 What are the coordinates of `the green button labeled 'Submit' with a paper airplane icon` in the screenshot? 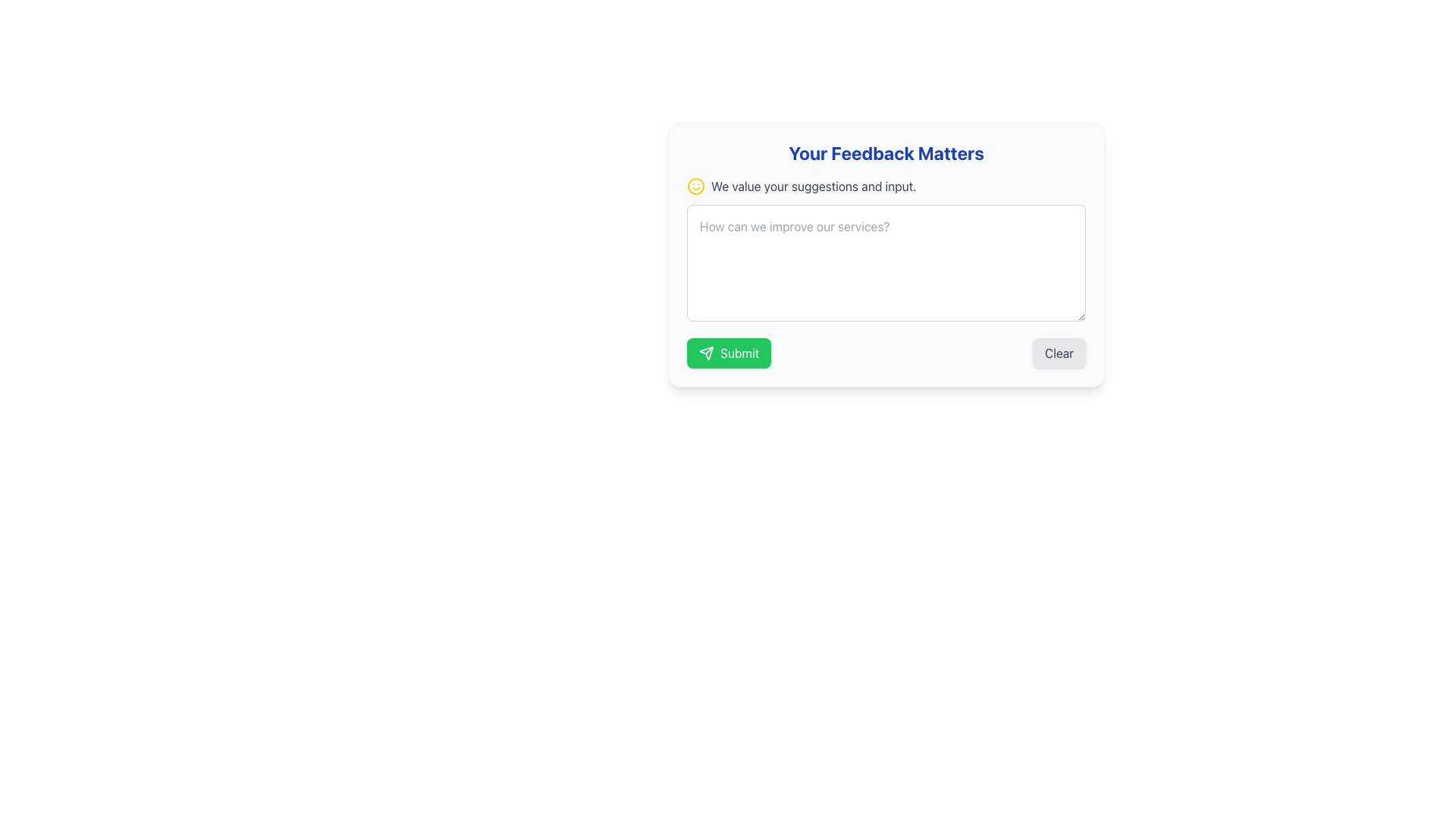 It's located at (729, 353).